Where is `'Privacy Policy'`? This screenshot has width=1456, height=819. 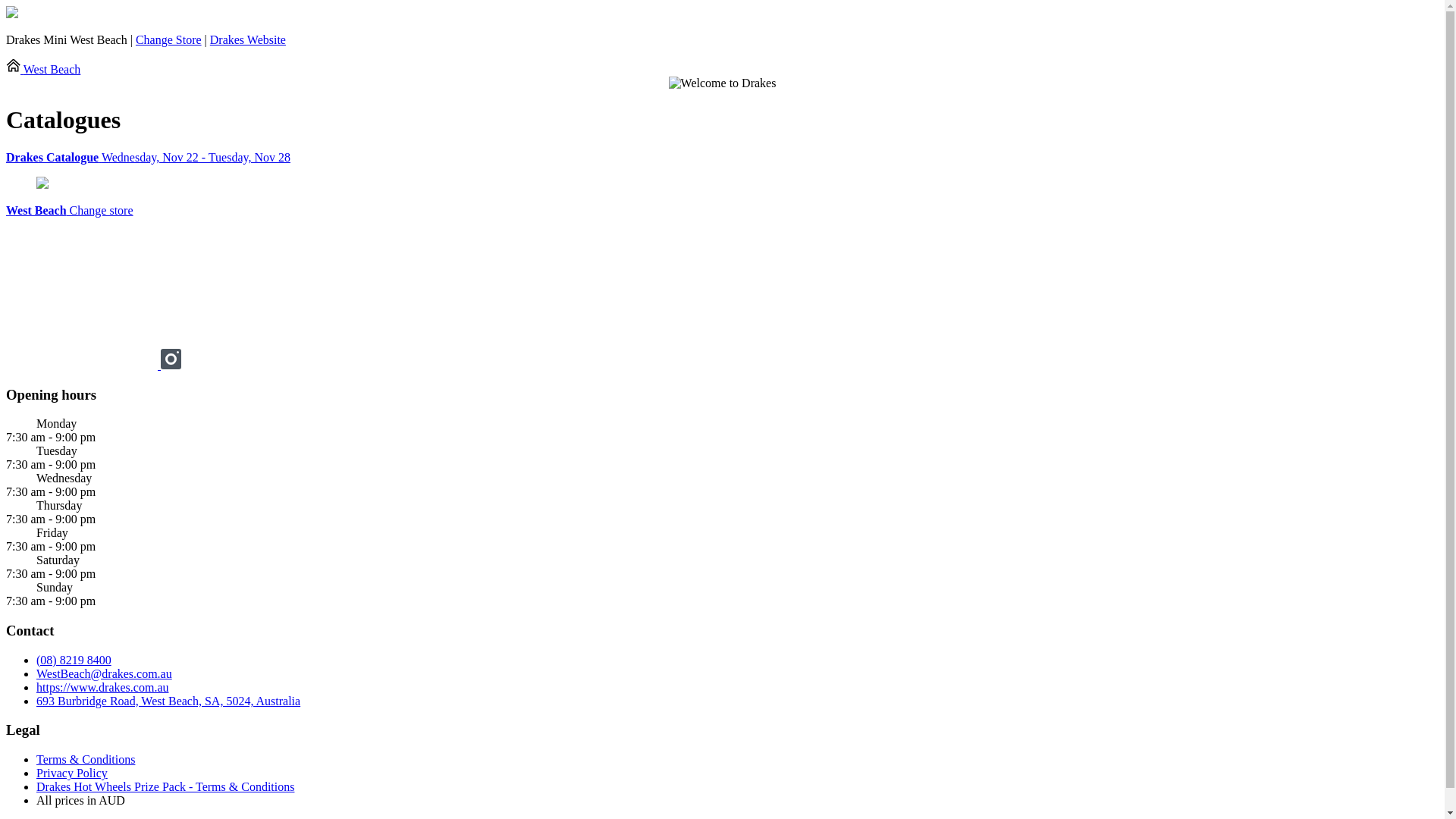
'Privacy Policy' is located at coordinates (71, 773).